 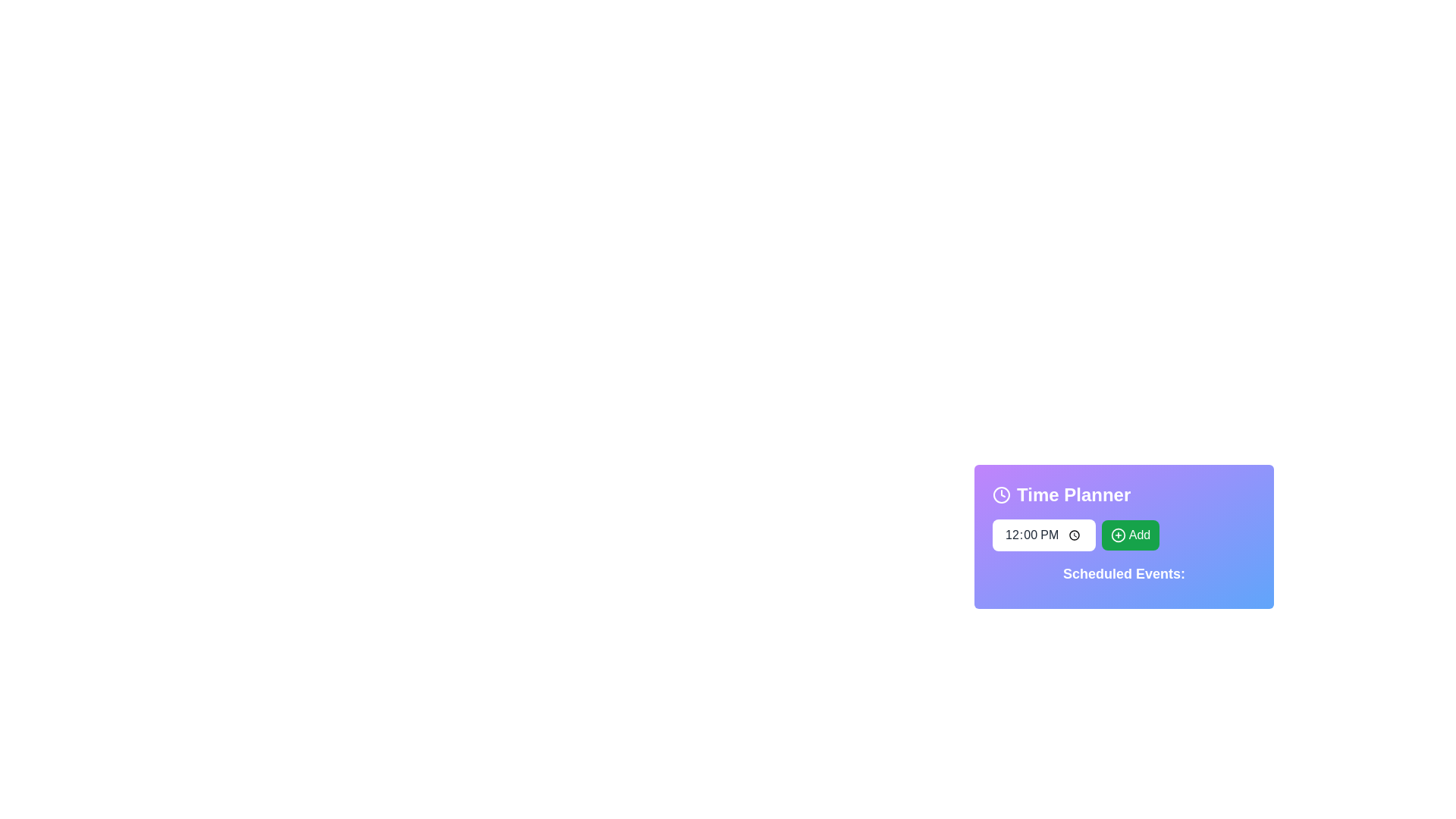 I want to click on the 'Add' button in the 'Time Planner' component, so click(x=1124, y=529).